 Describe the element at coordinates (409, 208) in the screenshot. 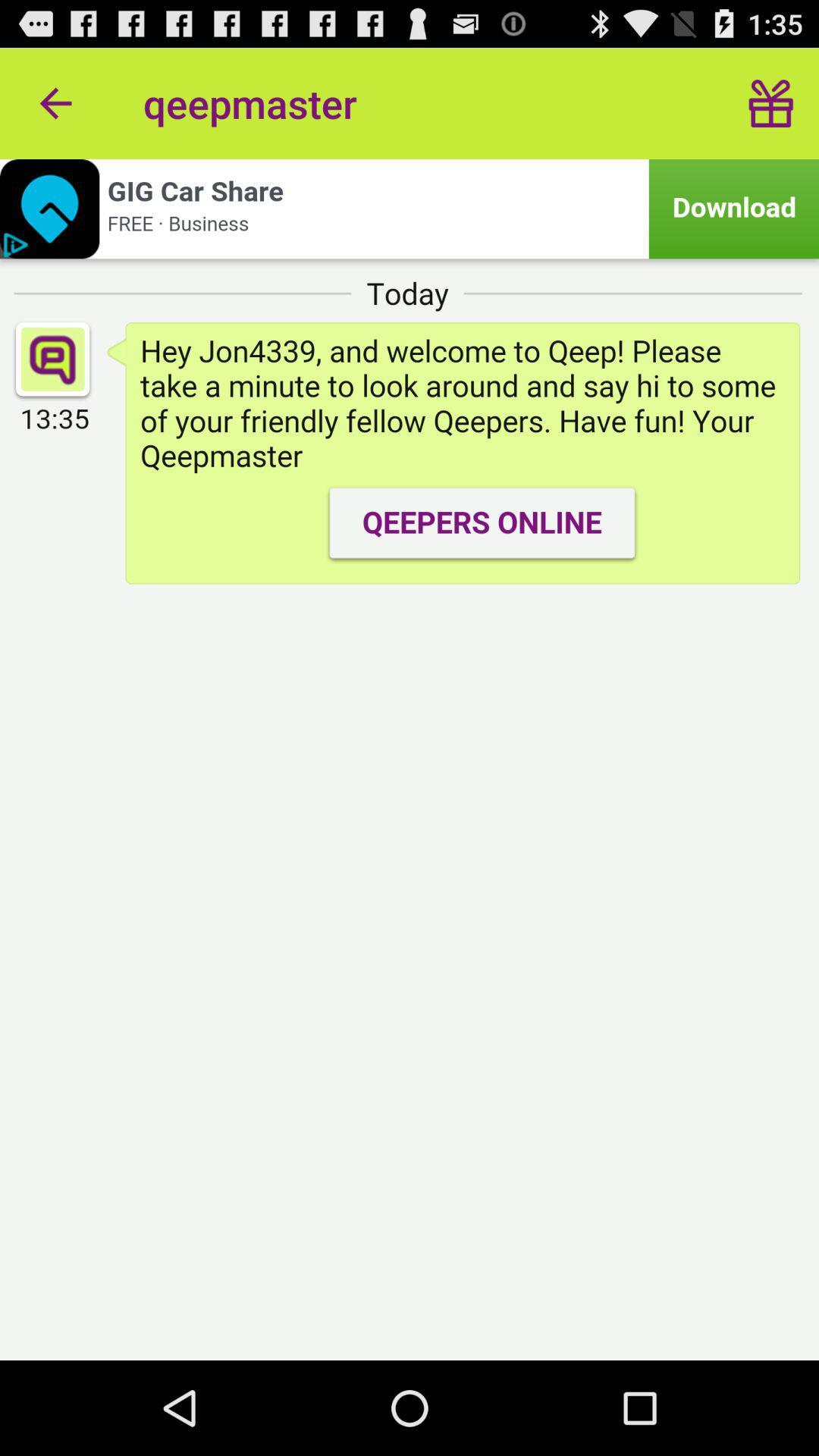

I see `launch advertisement link` at that location.